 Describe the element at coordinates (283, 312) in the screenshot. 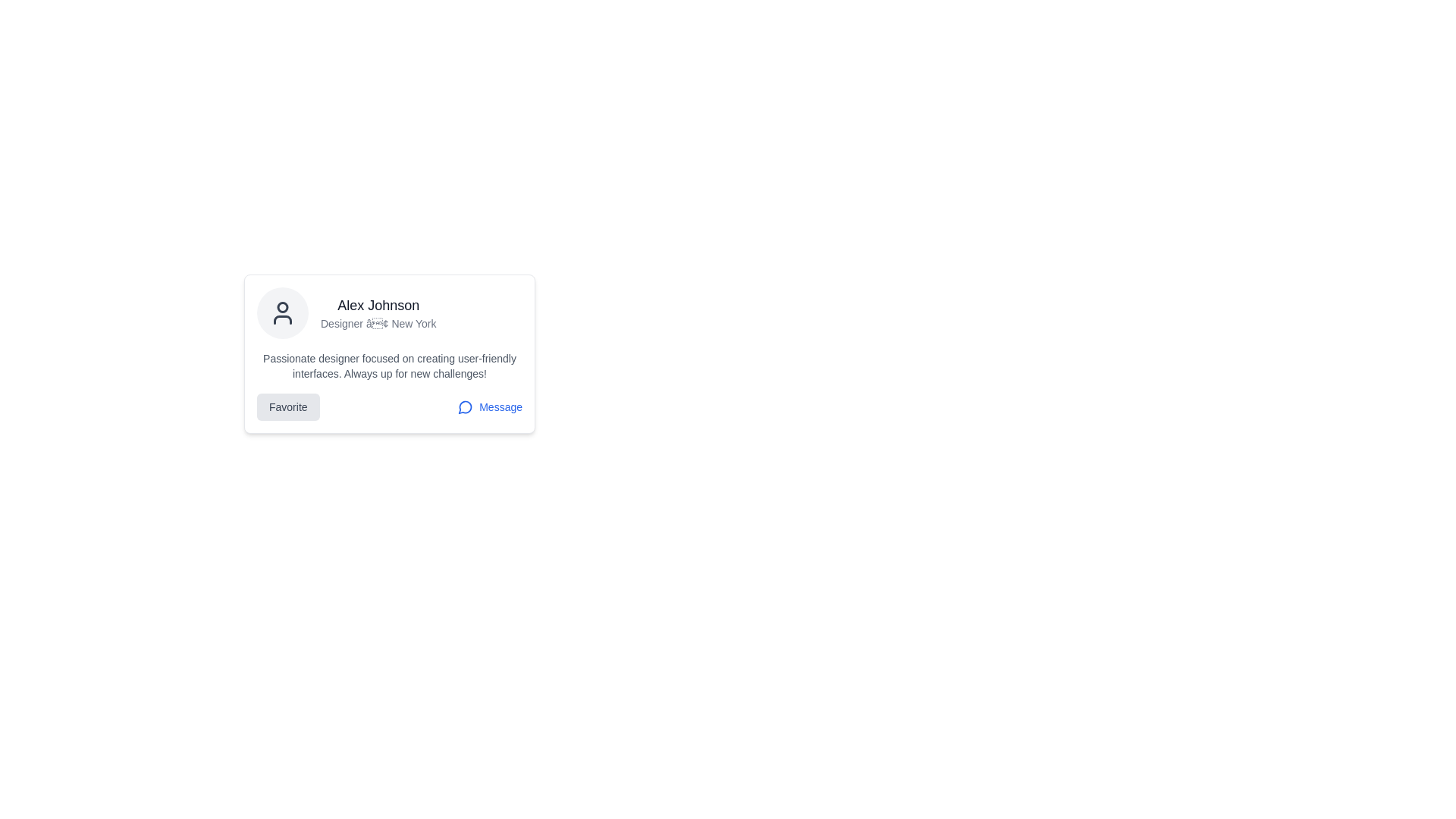

I see `the user profile icon, which serves as an avatar for the associated user in the profile card, positioned to the left of the user's name and title` at that location.